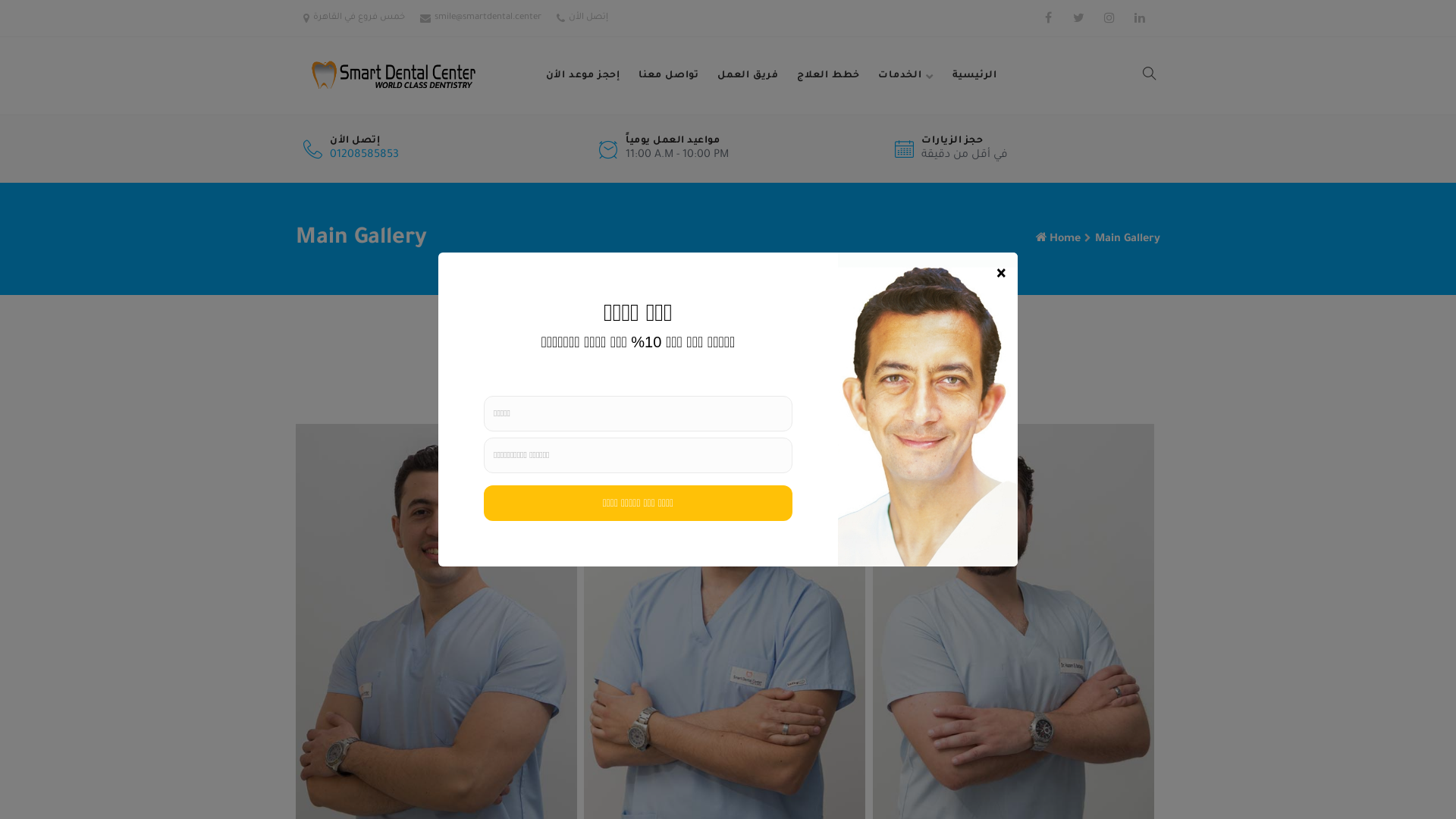  I want to click on 'Instagram', so click(1109, 17).